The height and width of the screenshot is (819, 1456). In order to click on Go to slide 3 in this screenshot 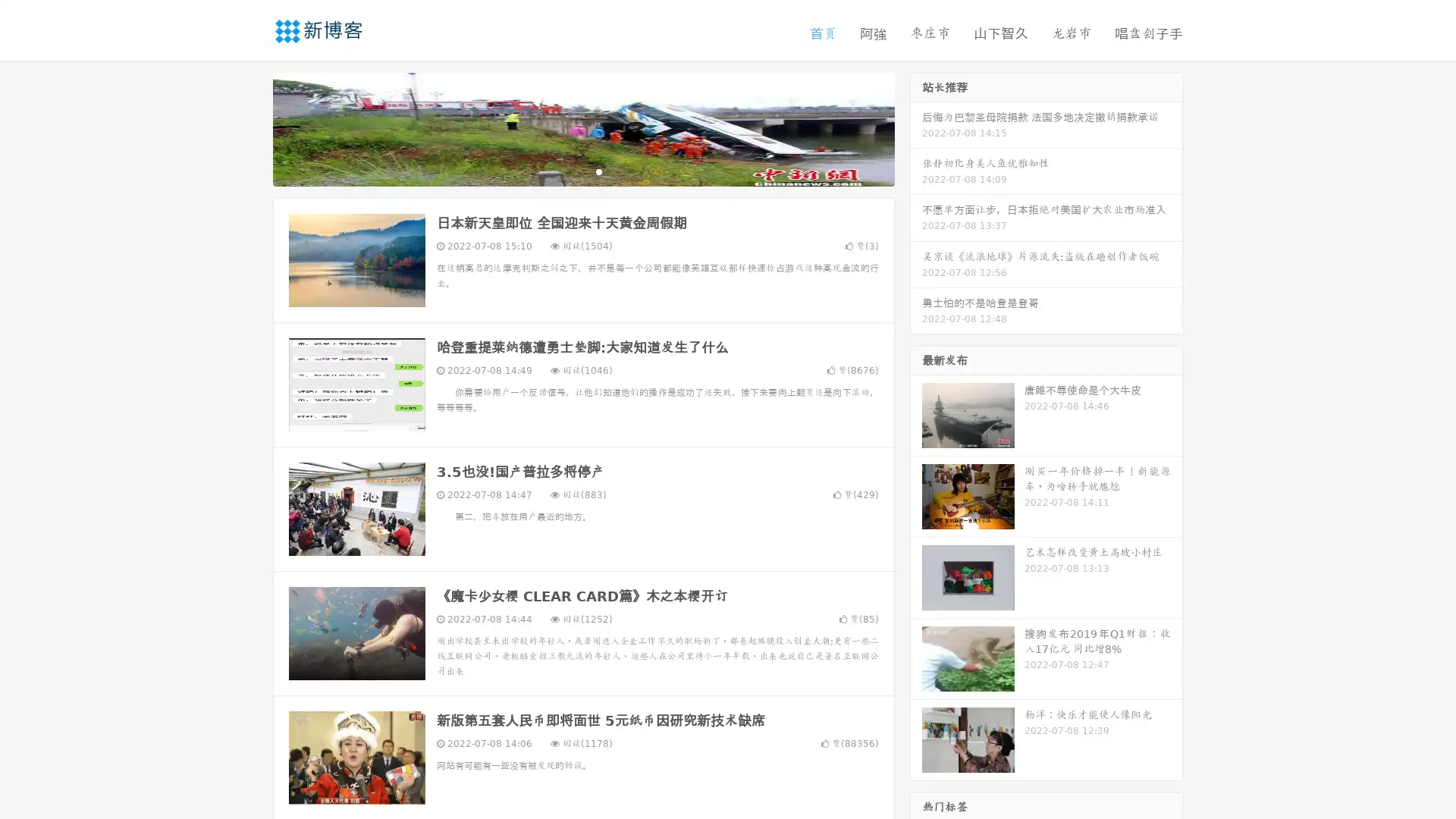, I will do `click(598, 171)`.